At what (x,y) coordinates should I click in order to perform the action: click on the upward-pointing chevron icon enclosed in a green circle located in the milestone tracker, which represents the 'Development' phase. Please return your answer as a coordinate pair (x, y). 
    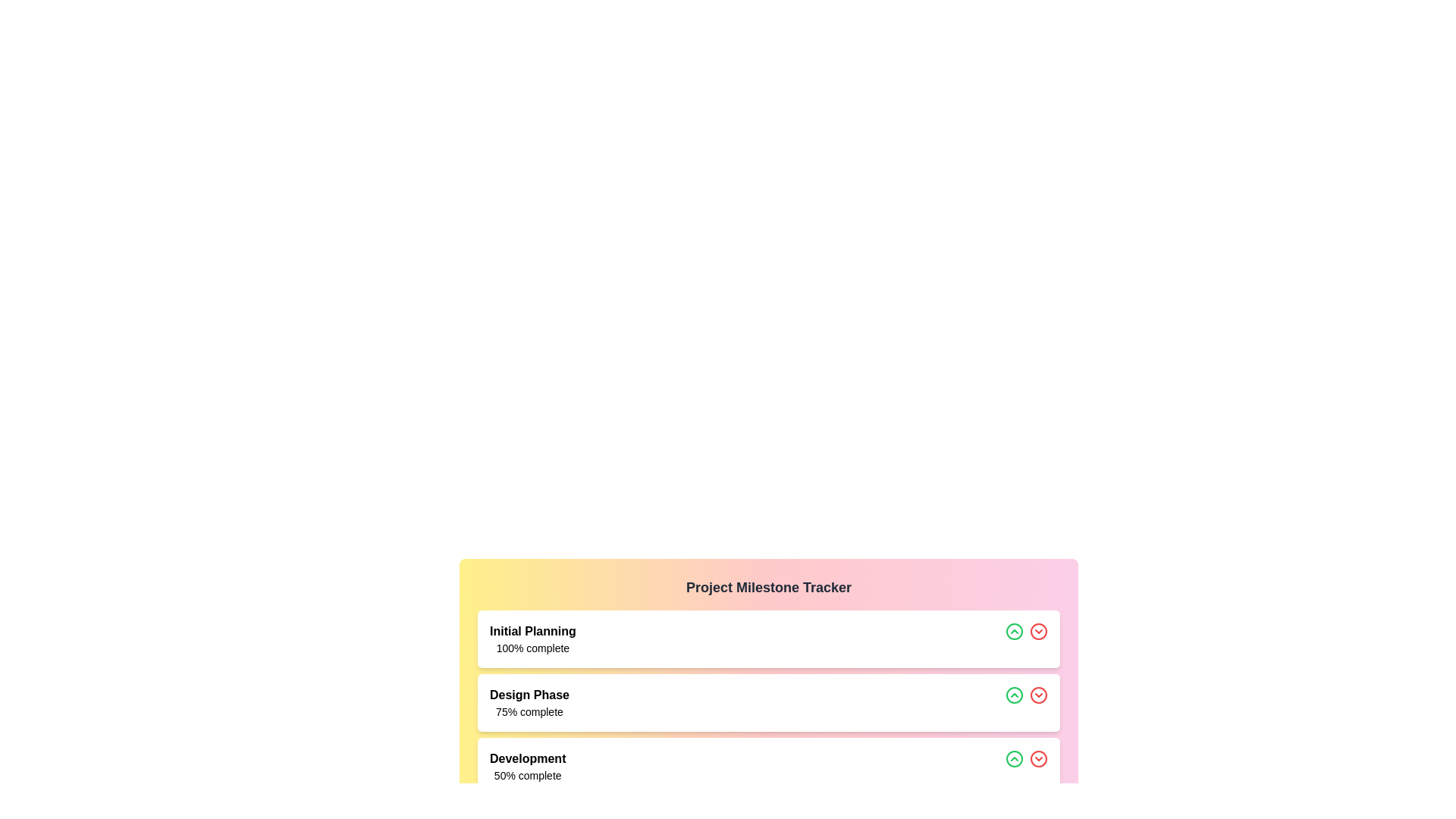
    Looking at the image, I should click on (1015, 759).